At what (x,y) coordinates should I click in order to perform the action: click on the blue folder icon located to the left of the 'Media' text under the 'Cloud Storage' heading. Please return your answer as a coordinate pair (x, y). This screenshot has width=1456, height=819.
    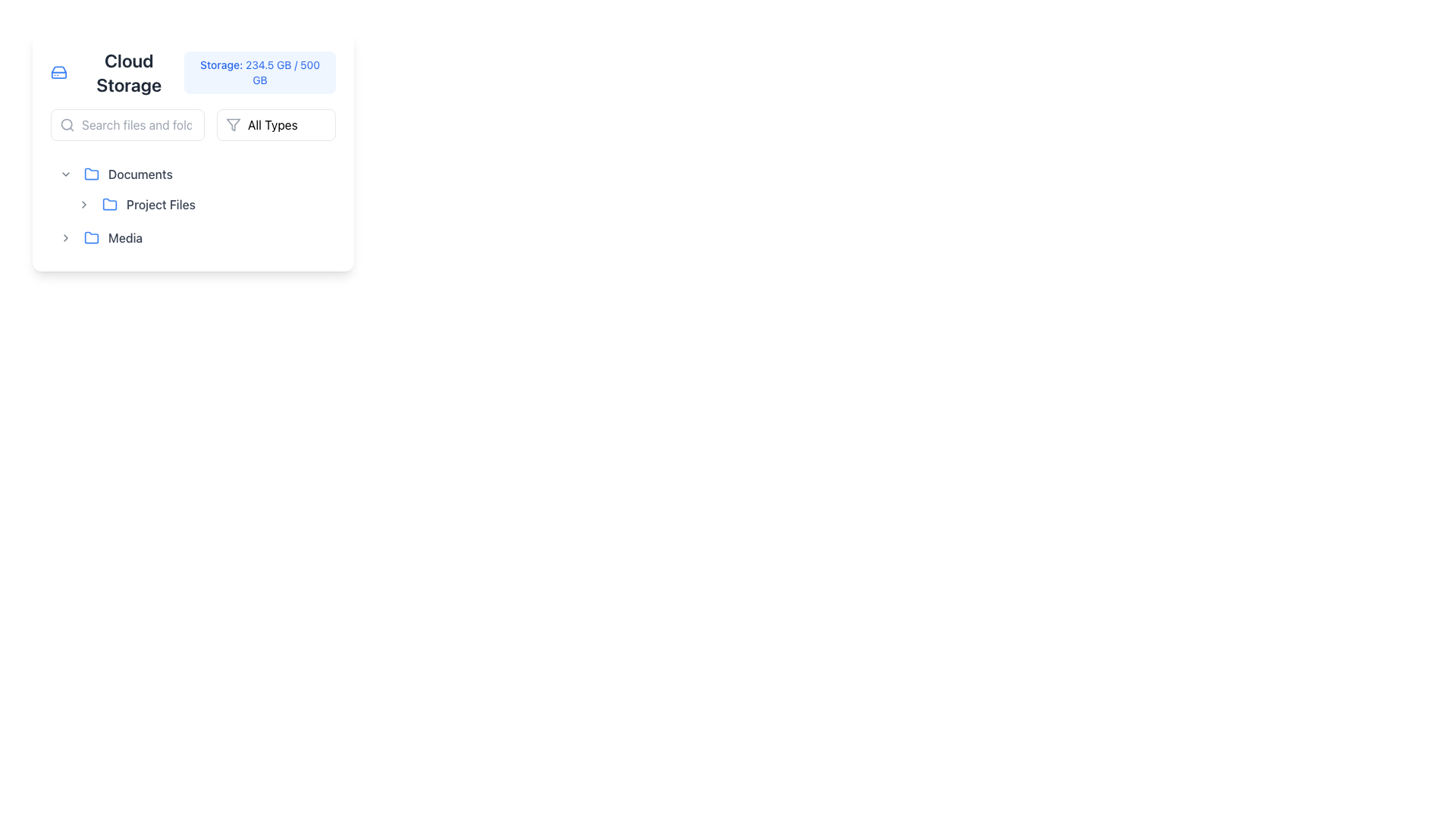
    Looking at the image, I should click on (90, 237).